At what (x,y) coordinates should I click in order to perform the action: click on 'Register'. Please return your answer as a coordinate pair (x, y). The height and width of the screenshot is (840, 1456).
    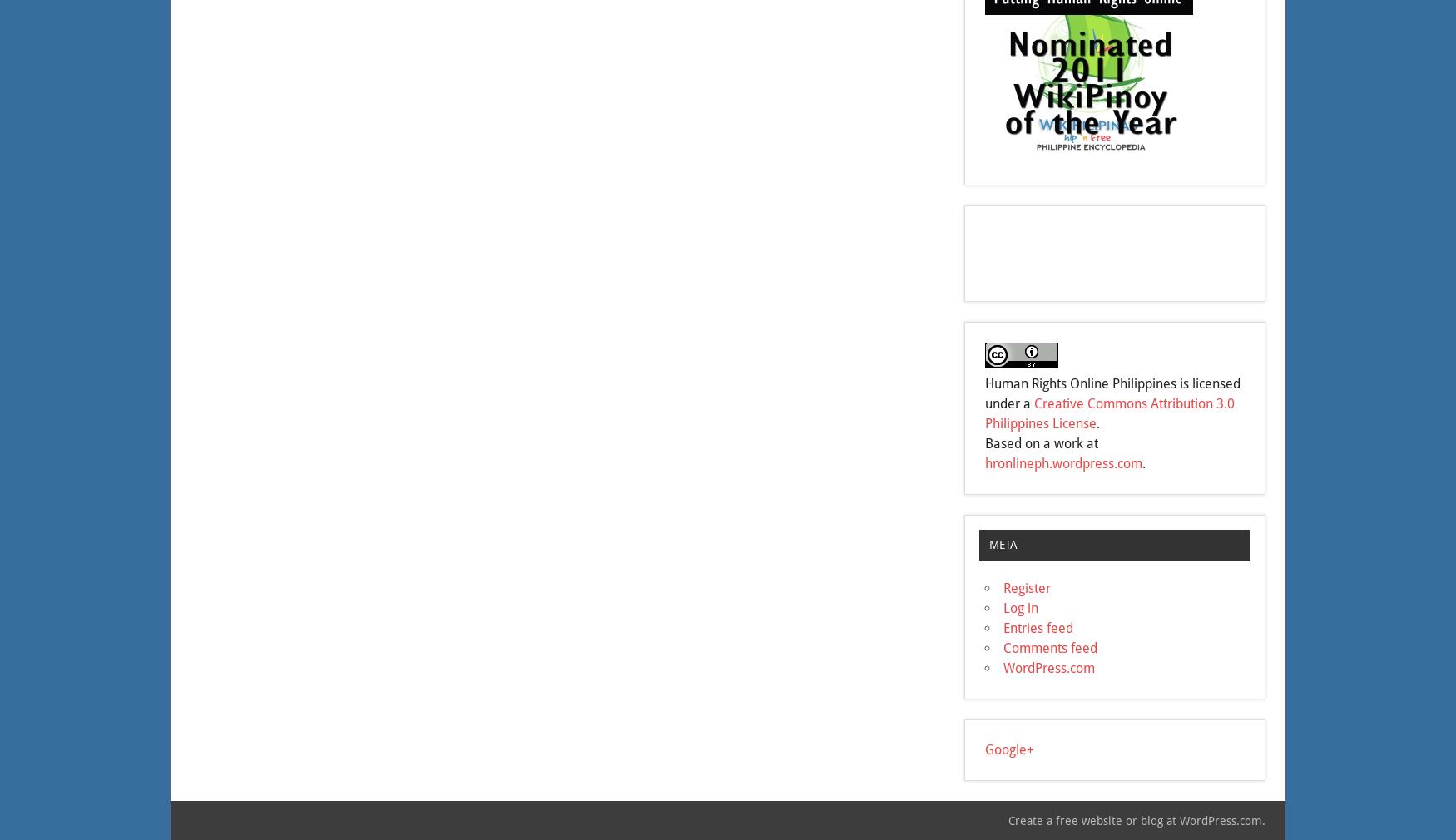
    Looking at the image, I should click on (1027, 586).